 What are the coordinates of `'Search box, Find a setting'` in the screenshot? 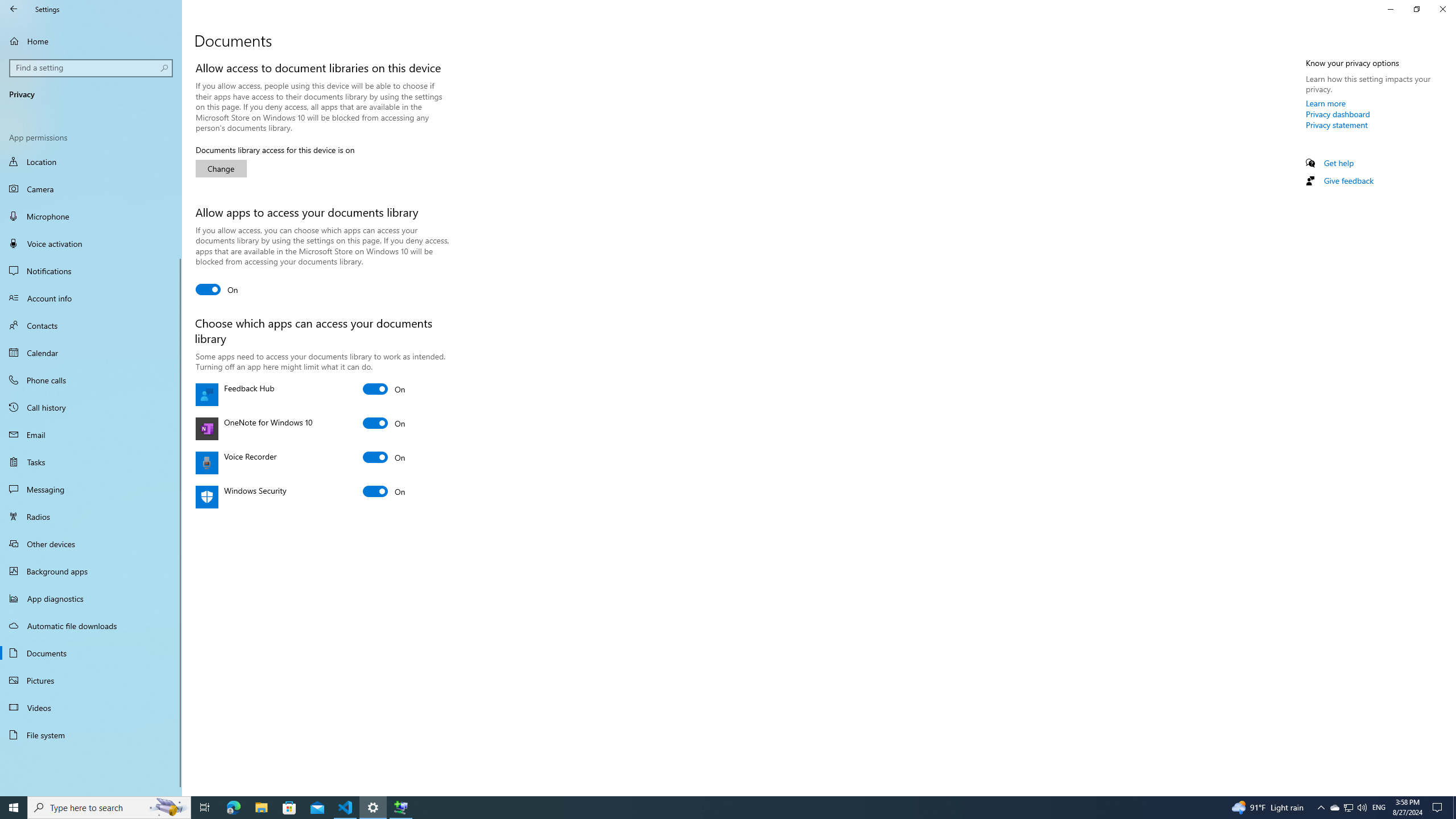 It's located at (91, 67).